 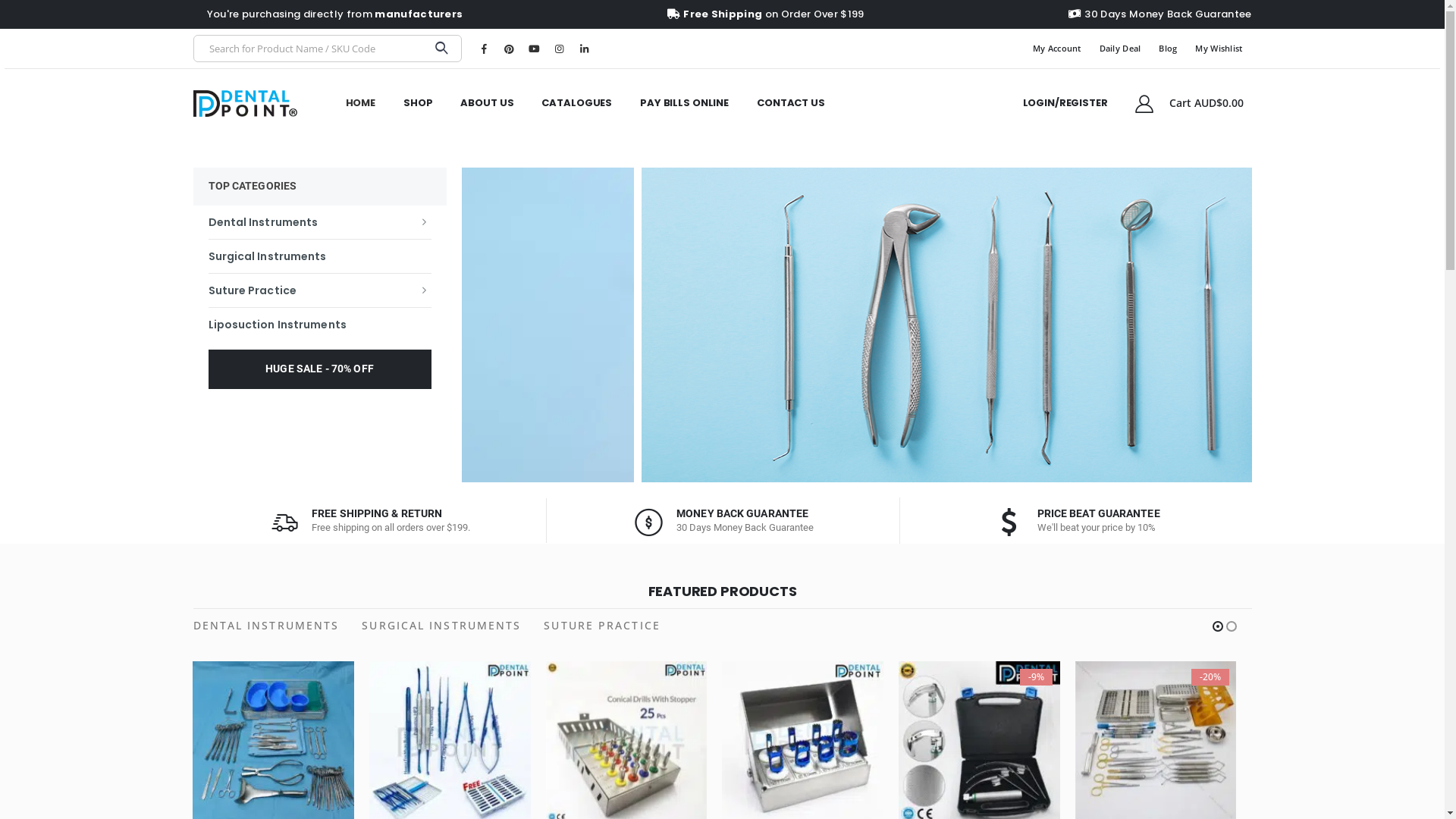 I want to click on 'Facebook', so click(x=472, y=48).